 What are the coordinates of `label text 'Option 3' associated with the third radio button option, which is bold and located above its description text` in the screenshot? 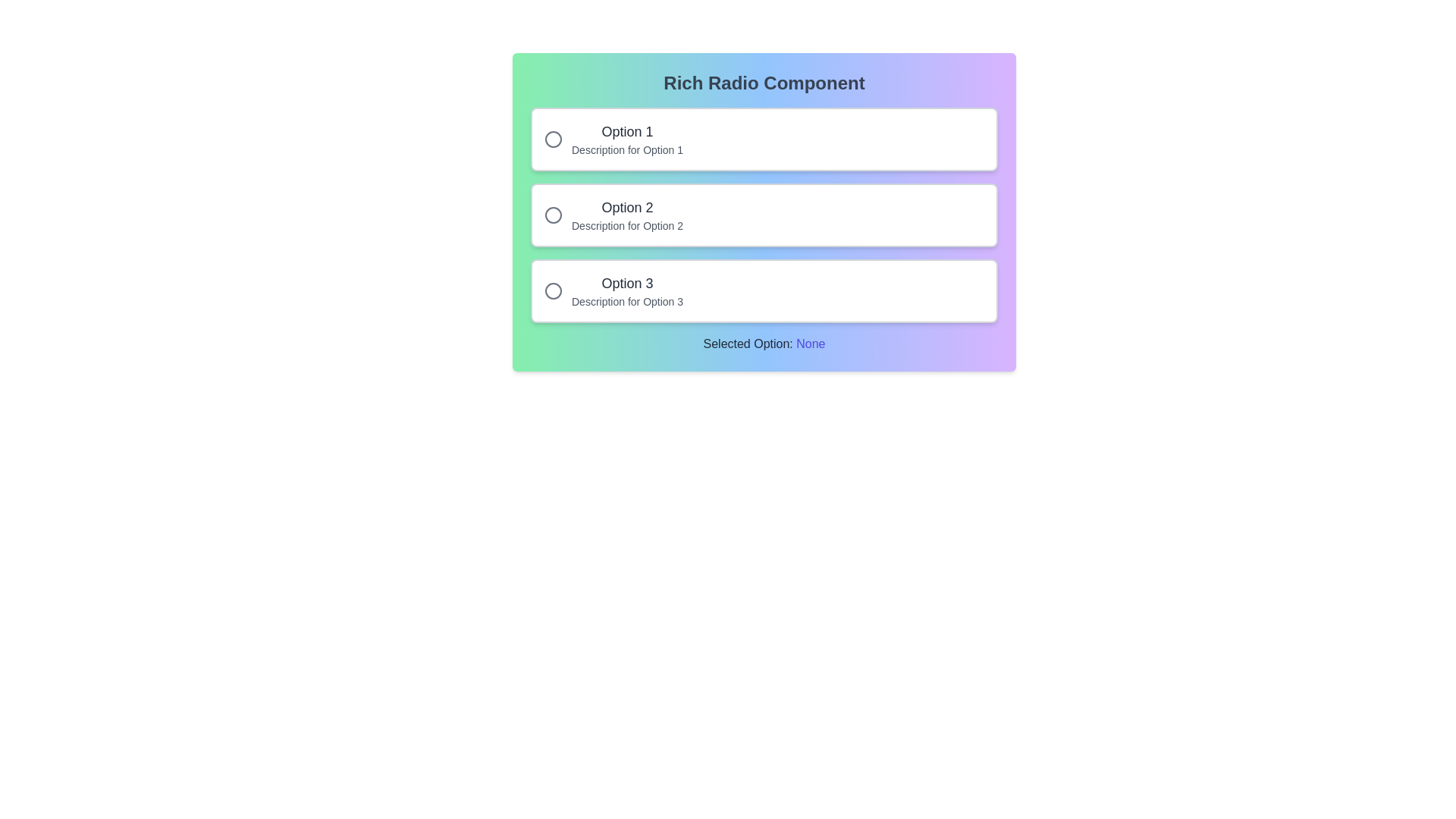 It's located at (627, 284).